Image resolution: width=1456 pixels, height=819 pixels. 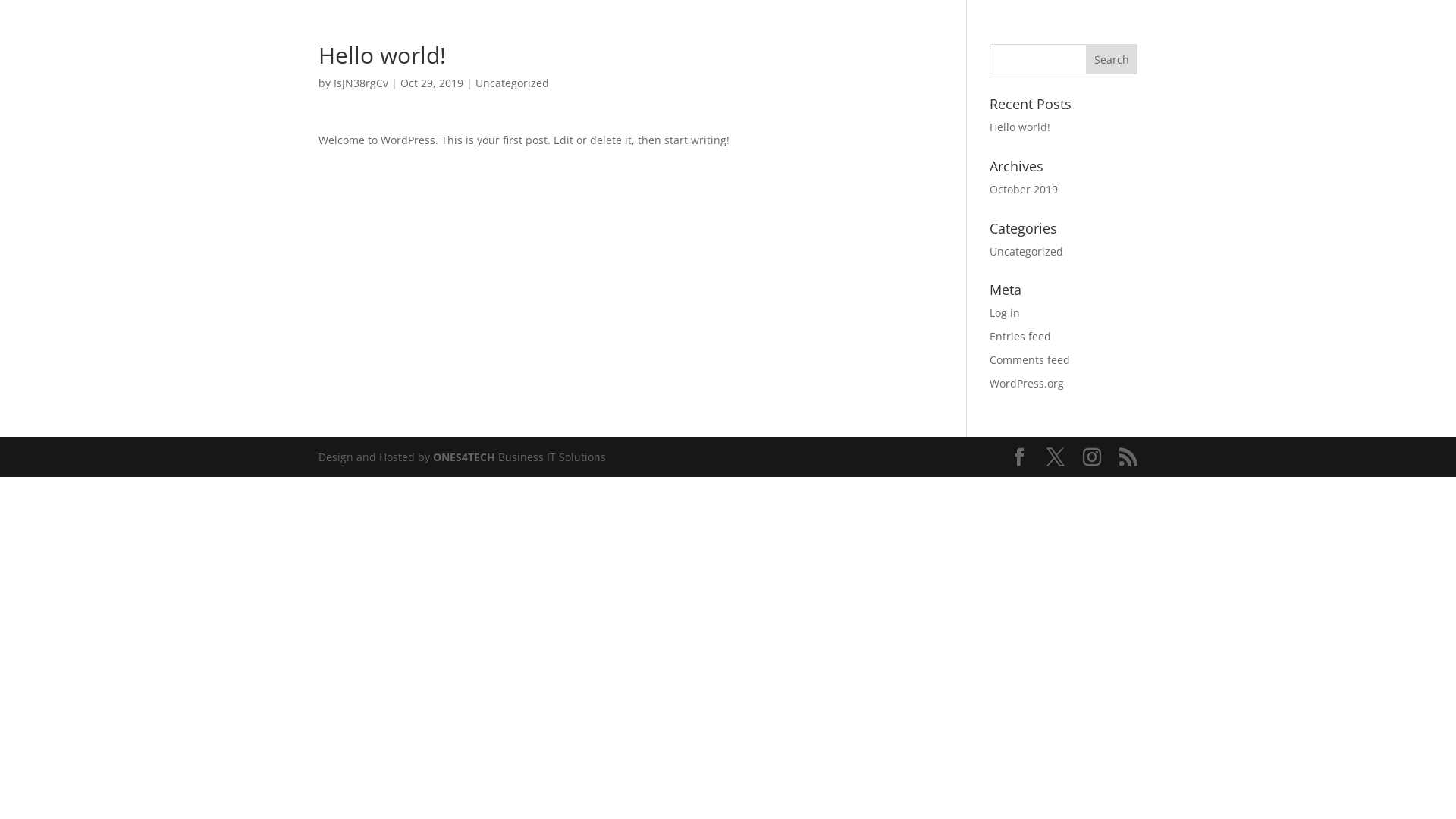 What do you see at coordinates (1026, 250) in the screenshot?
I see `'Uncategorized'` at bounding box center [1026, 250].